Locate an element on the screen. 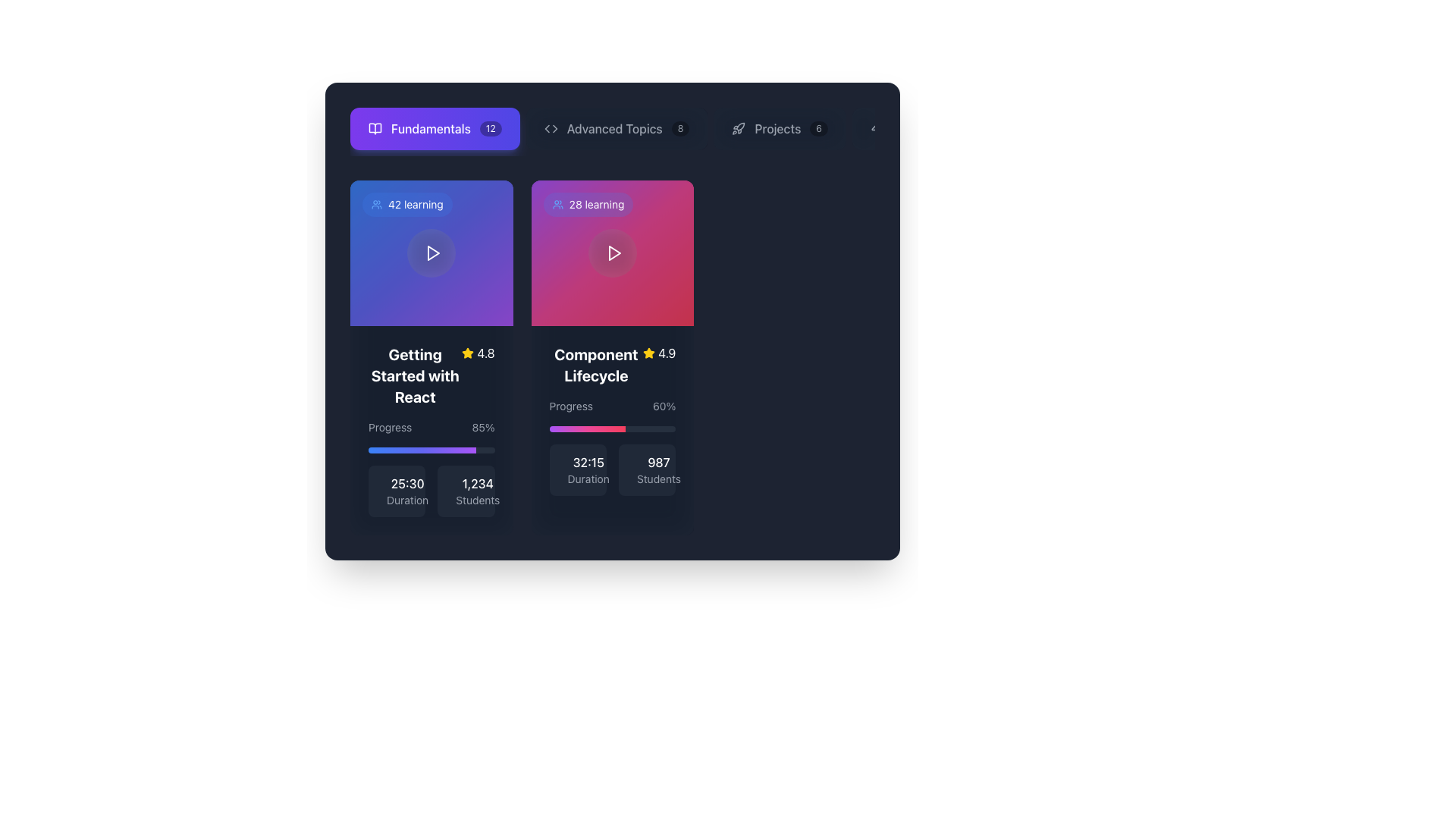 The image size is (1456, 819). the circle element that represents the session duration within the clock icon located in the bottom section of the left card titled 'Getting Started with React' is located at coordinates (386, 494).